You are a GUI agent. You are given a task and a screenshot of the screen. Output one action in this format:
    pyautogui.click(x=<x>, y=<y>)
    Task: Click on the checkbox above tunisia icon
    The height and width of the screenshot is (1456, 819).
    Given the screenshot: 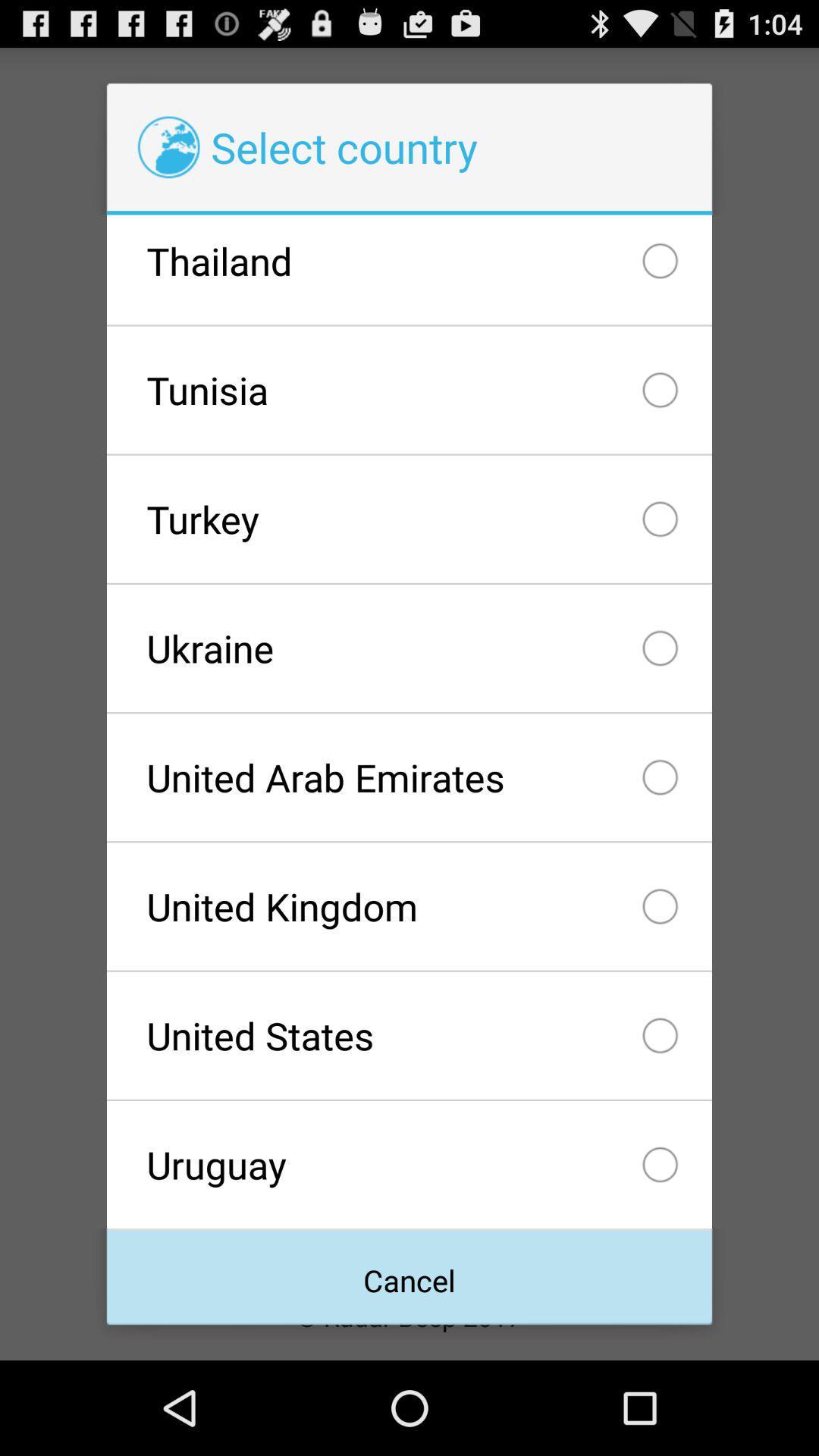 What is the action you would take?
    pyautogui.click(x=409, y=269)
    